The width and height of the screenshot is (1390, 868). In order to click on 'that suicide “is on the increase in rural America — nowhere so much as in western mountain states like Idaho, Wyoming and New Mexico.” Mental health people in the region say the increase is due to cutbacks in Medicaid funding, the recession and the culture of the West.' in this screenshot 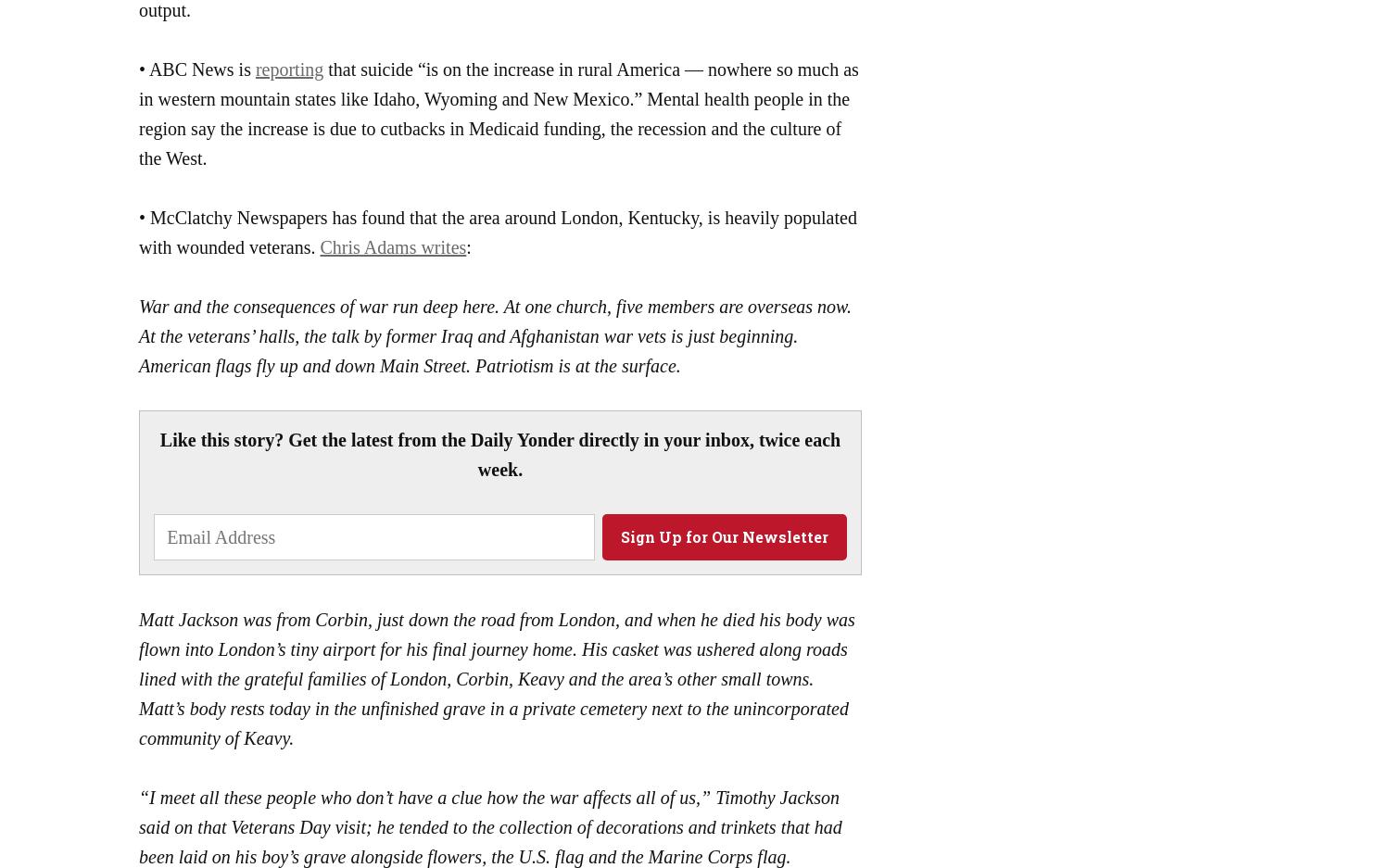, I will do `click(499, 112)`.